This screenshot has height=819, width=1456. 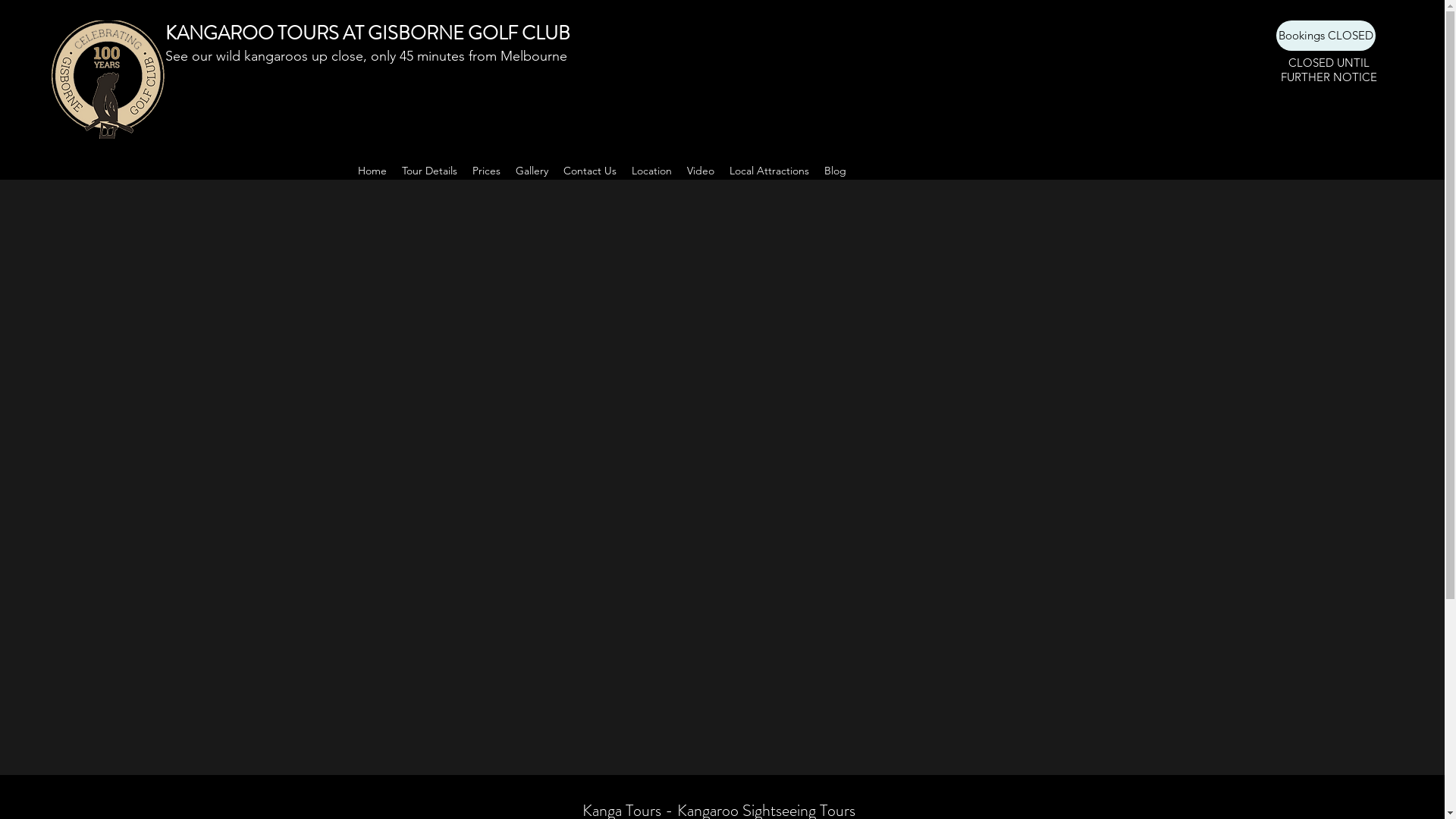 What do you see at coordinates (554, 170) in the screenshot?
I see `'Contact Us'` at bounding box center [554, 170].